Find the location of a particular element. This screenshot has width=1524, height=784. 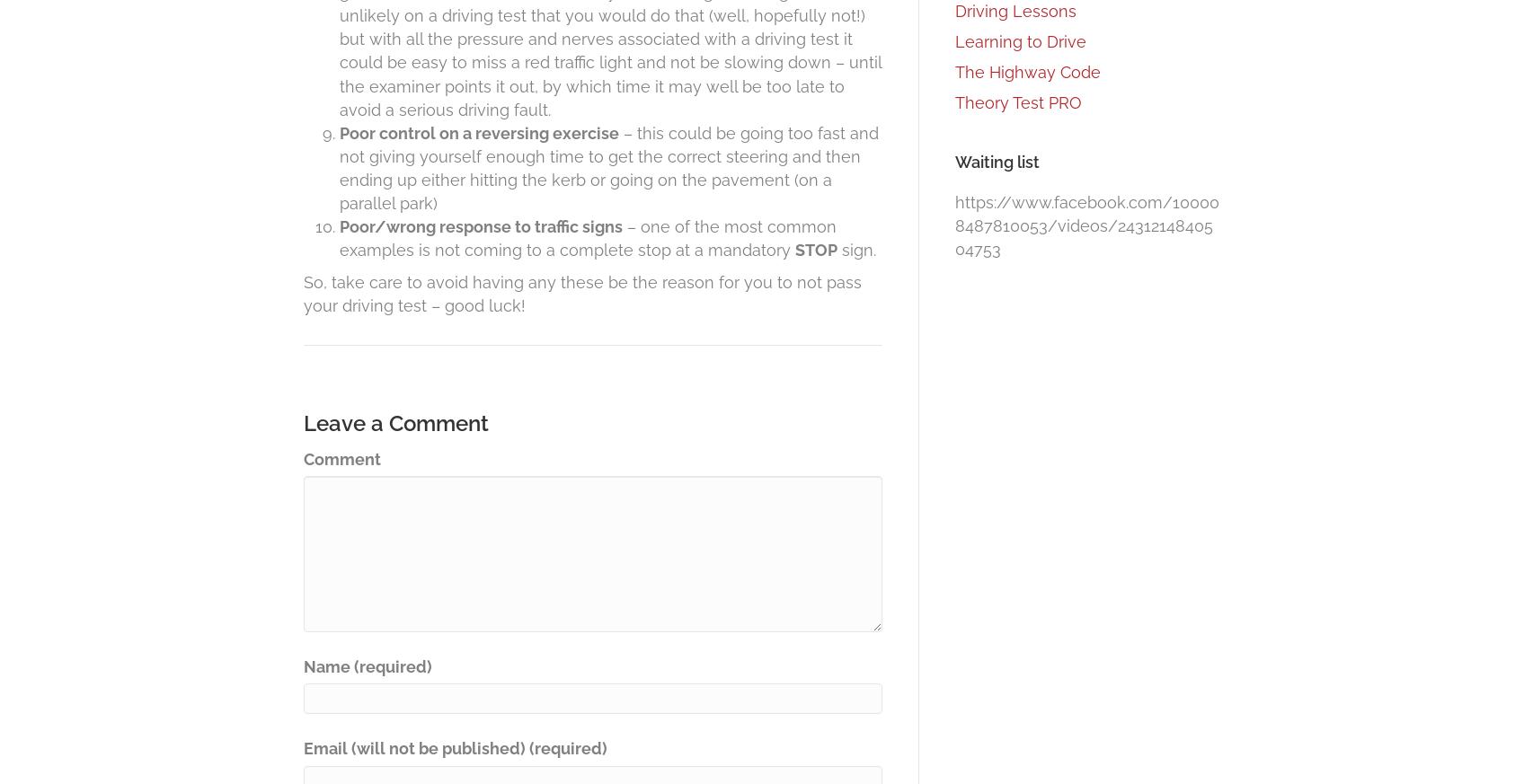

'Theory Test PRO' is located at coordinates (1018, 102).